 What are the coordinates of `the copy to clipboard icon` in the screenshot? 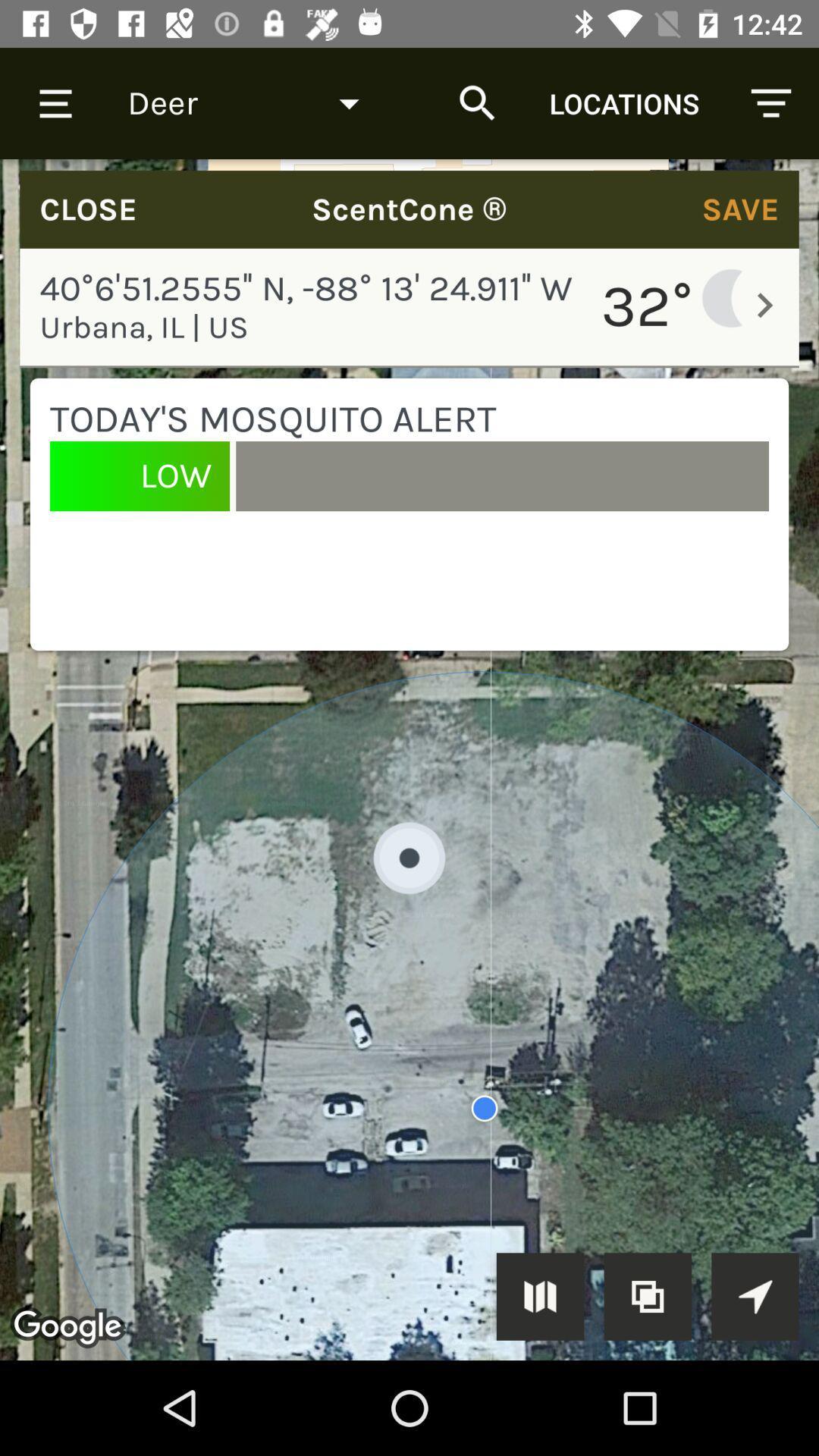 It's located at (648, 1295).